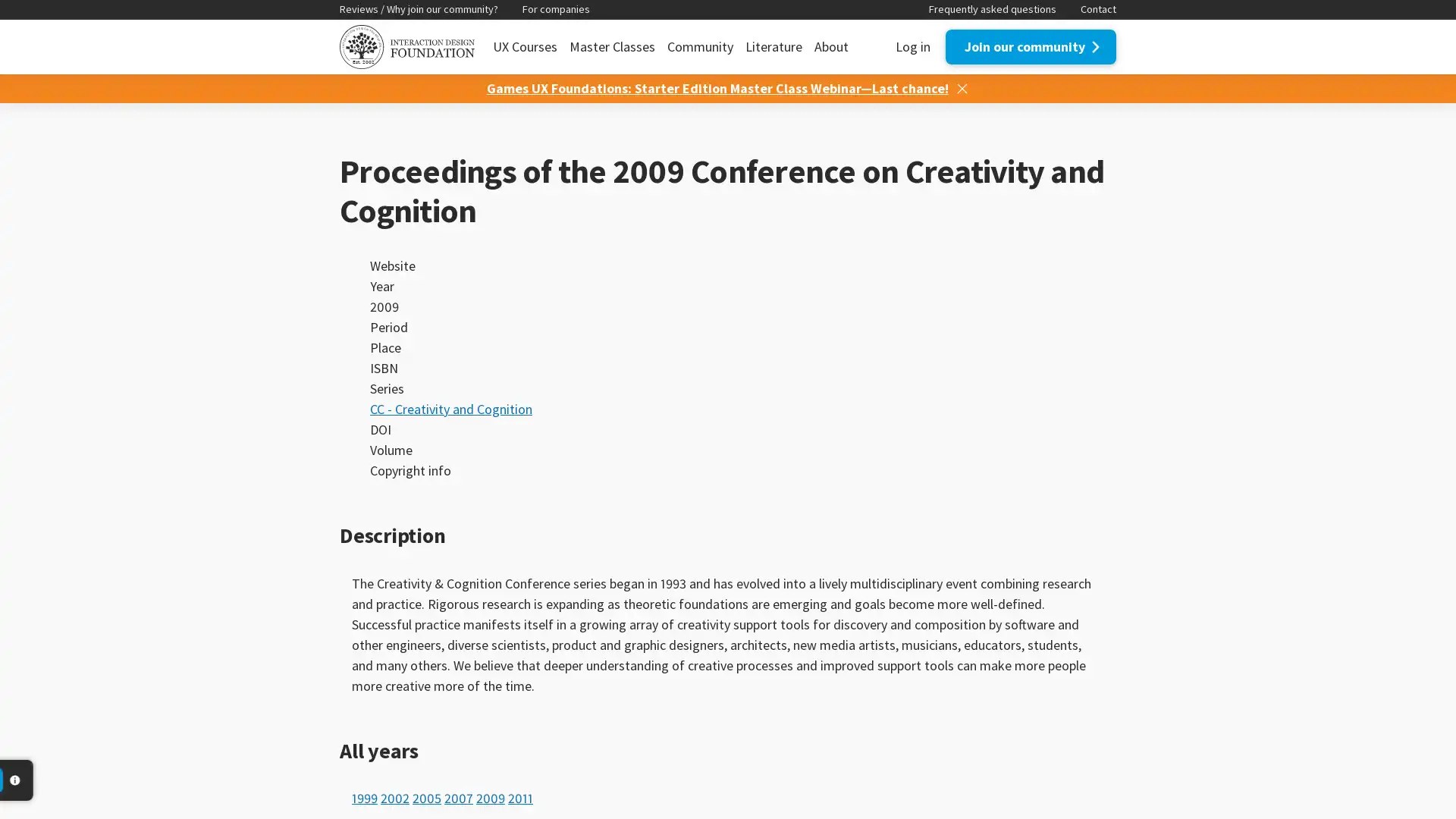 This screenshot has height=819, width=1456. What do you see at coordinates (960, 87) in the screenshot?
I see `Hide message` at bounding box center [960, 87].